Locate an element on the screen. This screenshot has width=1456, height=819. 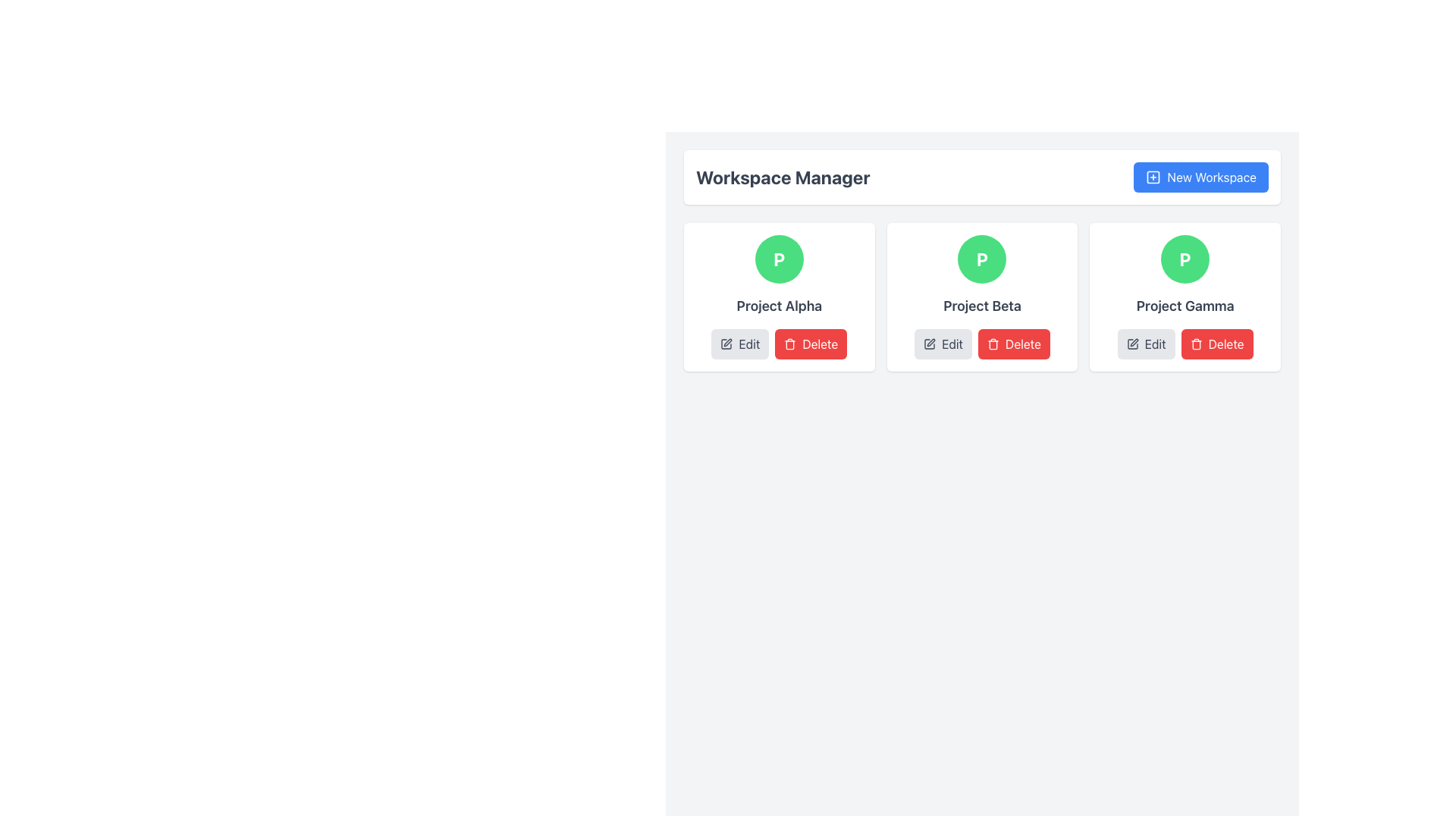
the 'Edit' button with a rounded gray background and a pencil icon is located at coordinates (740, 344).